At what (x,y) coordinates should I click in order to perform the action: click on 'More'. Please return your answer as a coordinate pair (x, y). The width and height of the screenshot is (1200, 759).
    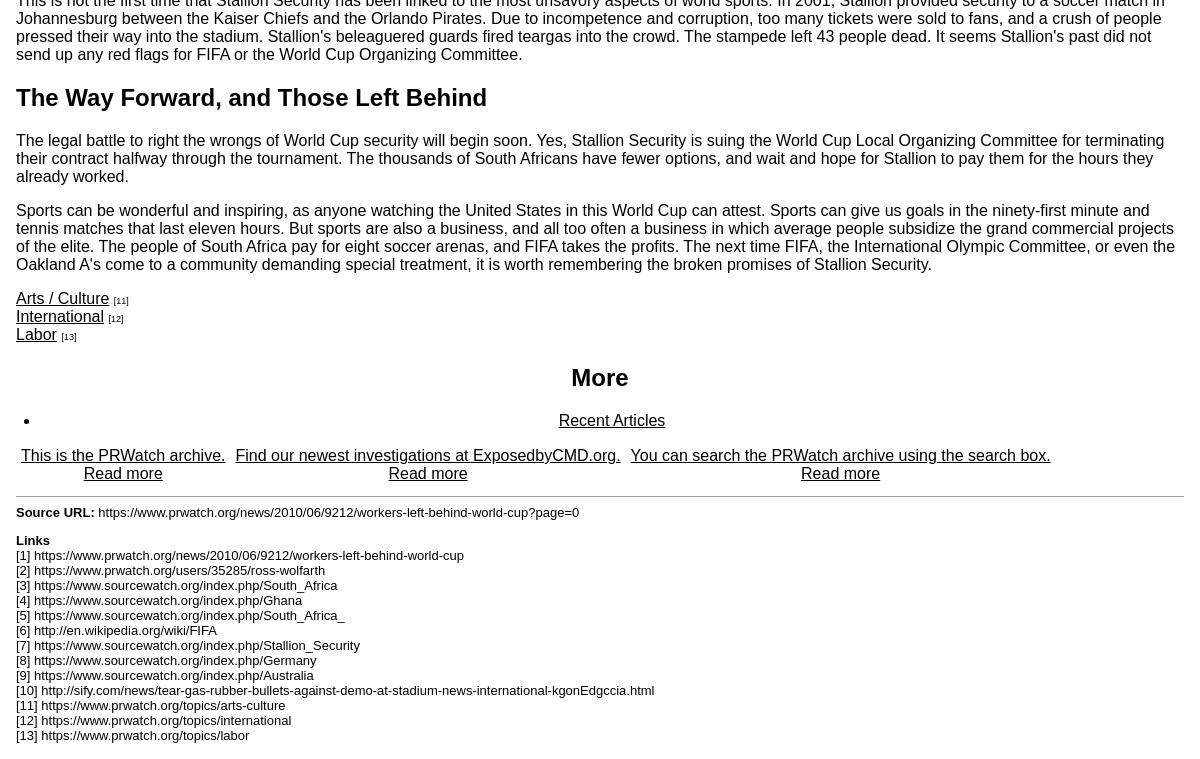
    Looking at the image, I should click on (569, 376).